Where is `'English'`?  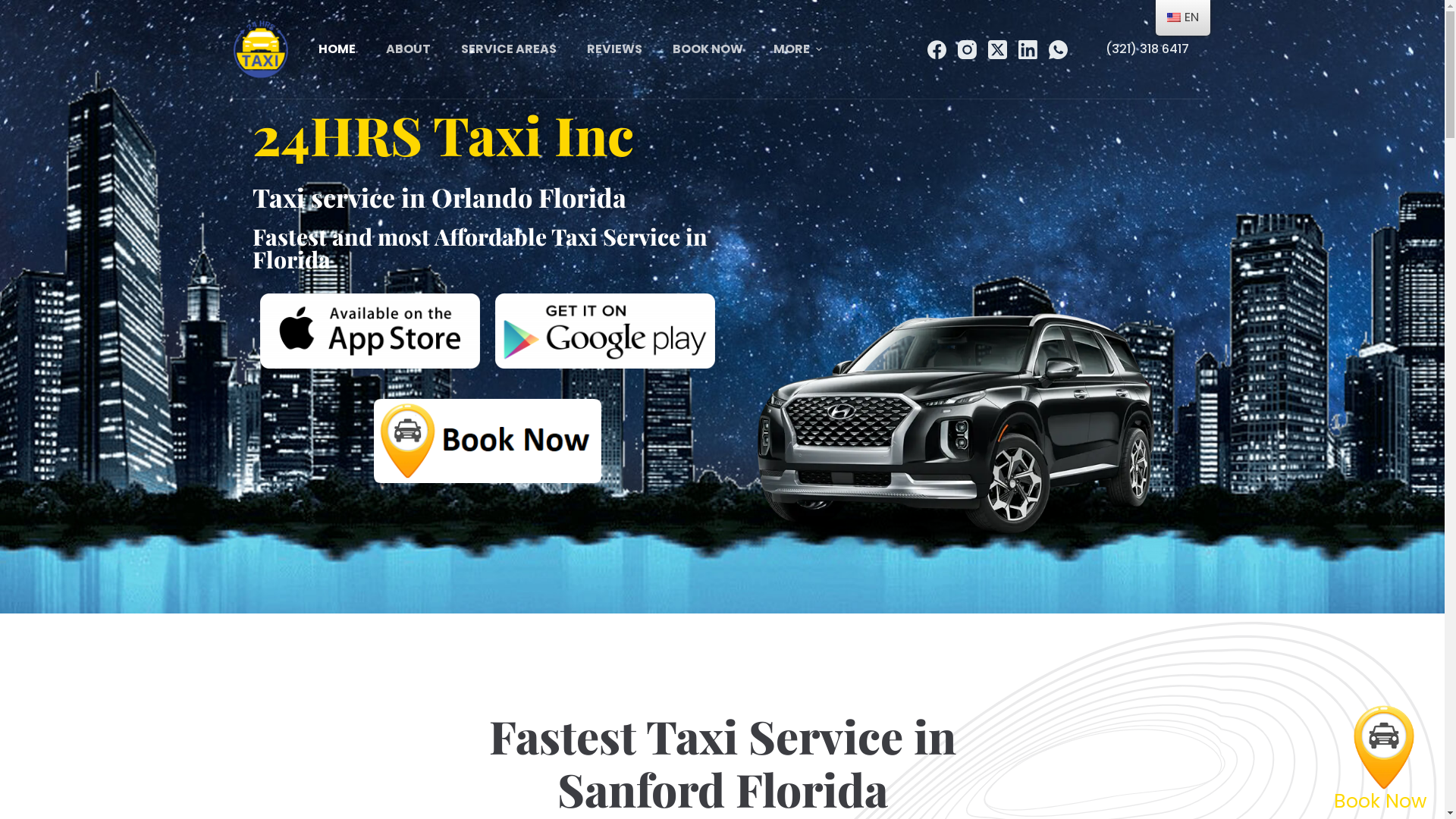
'English' is located at coordinates (1166, 17).